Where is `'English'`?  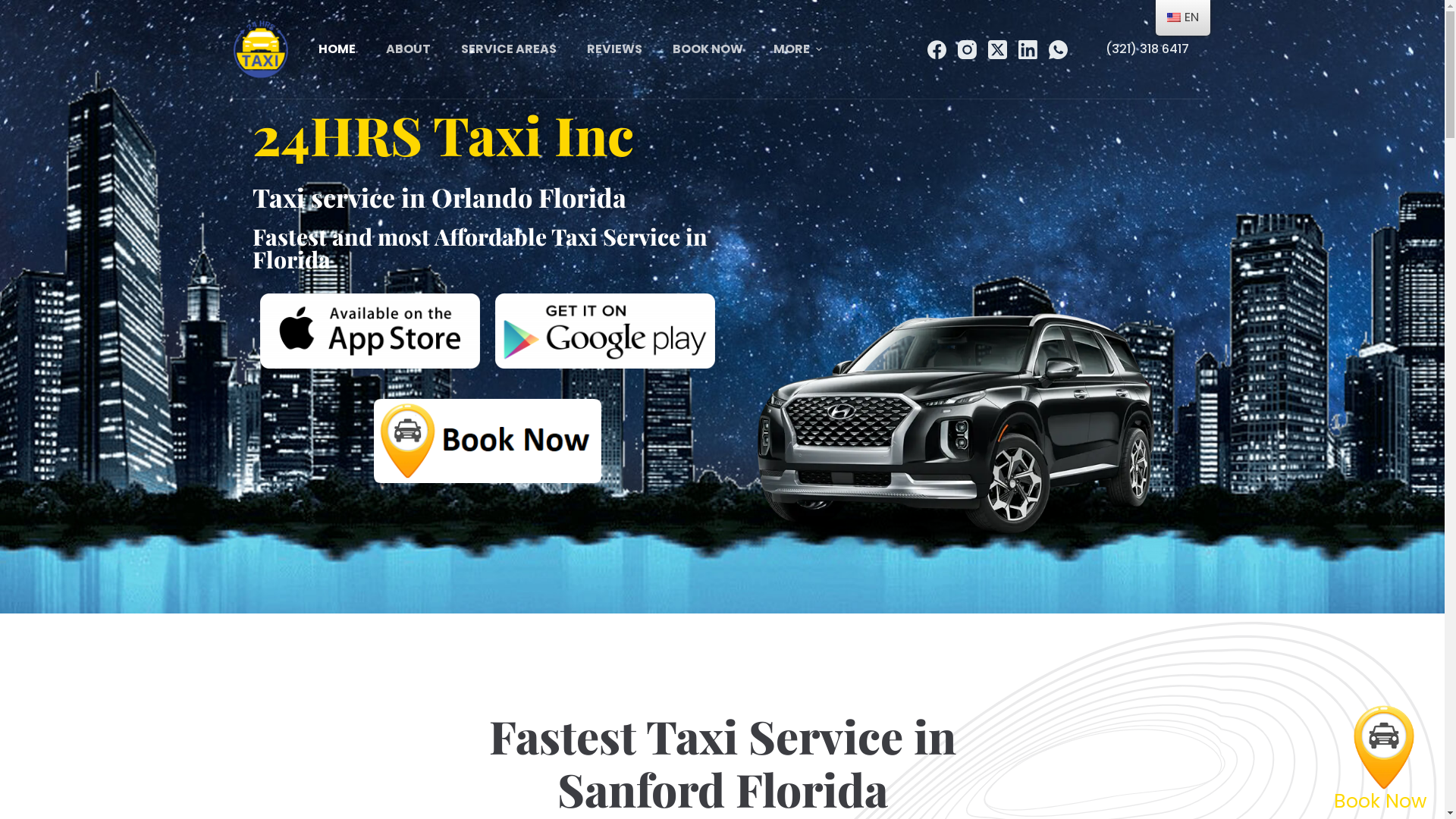
'English' is located at coordinates (1166, 17).